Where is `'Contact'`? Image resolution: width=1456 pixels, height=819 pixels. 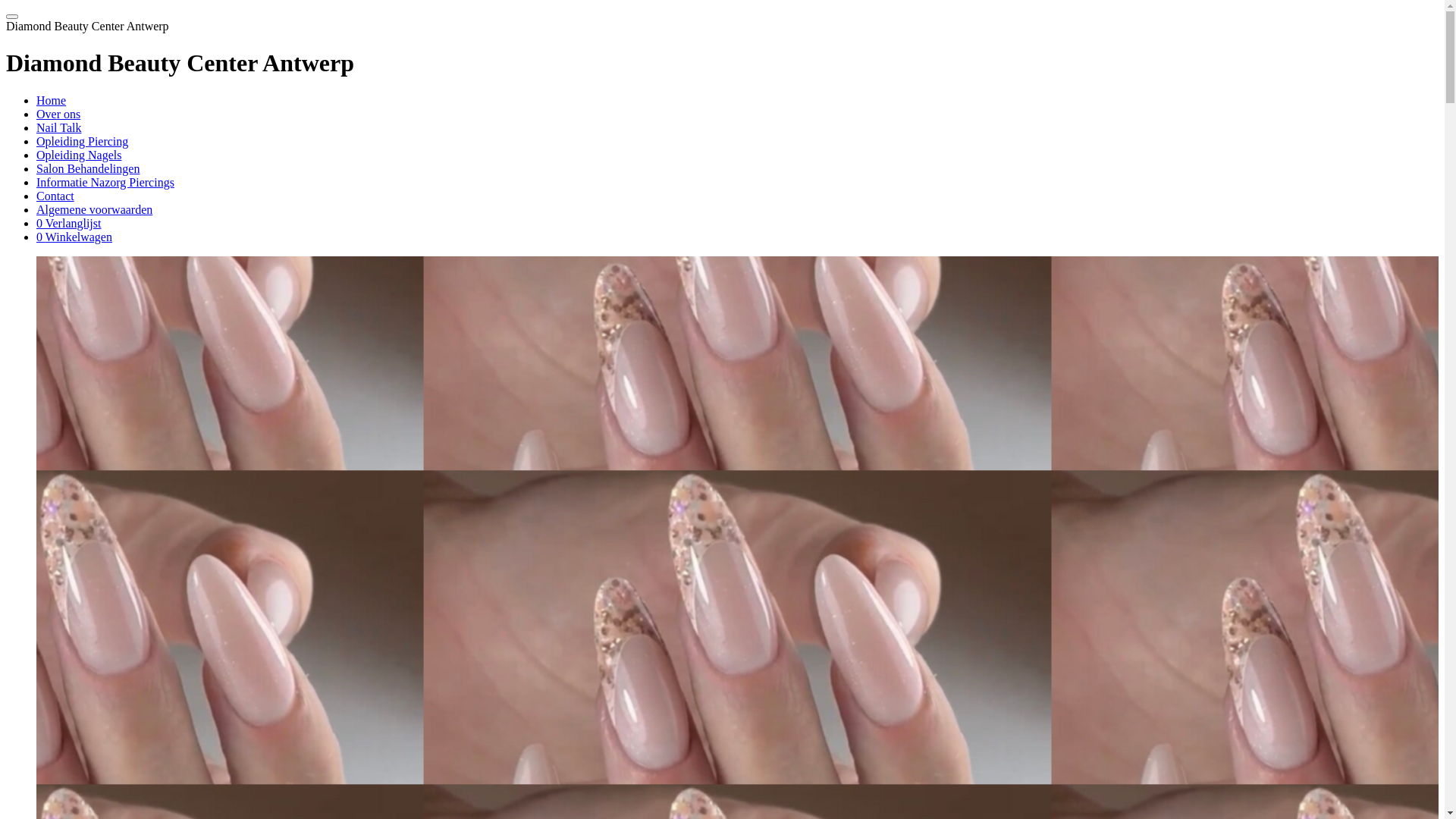
'Contact' is located at coordinates (55, 195).